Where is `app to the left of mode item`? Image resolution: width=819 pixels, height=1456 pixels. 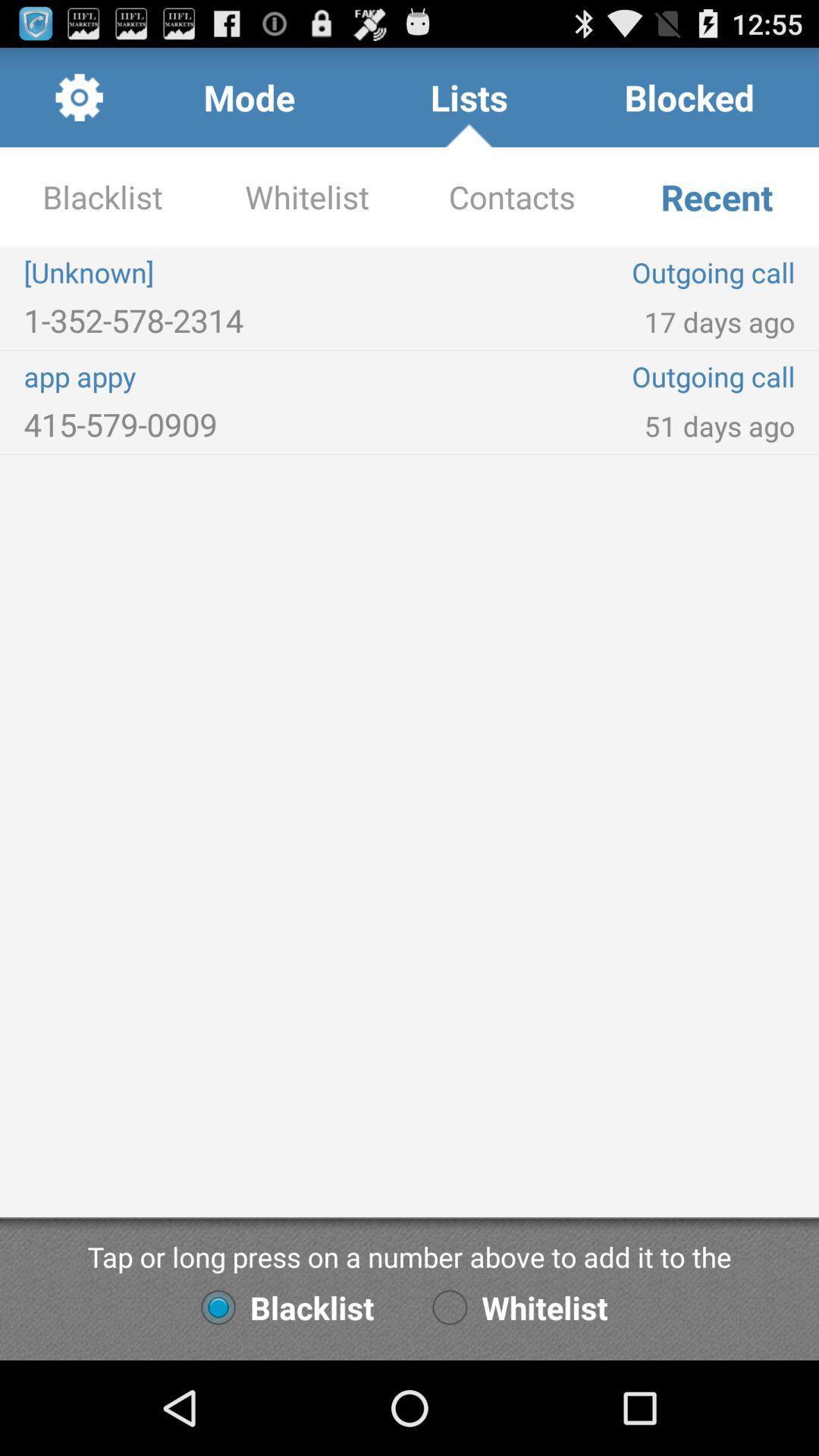 app to the left of mode item is located at coordinates (79, 96).